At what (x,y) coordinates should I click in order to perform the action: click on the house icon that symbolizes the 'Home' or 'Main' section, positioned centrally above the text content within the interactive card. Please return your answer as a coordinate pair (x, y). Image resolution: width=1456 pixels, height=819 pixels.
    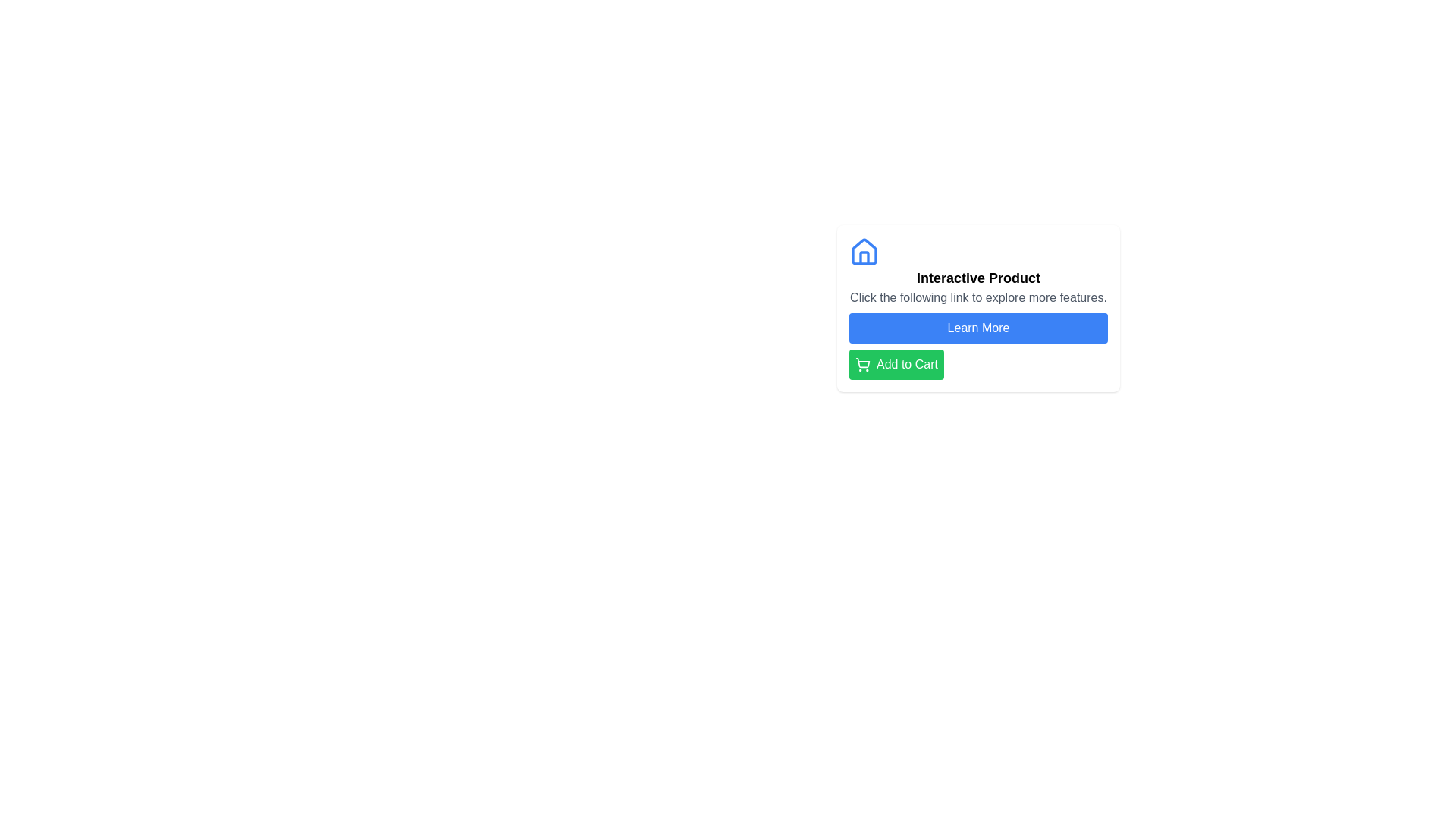
    Looking at the image, I should click on (864, 250).